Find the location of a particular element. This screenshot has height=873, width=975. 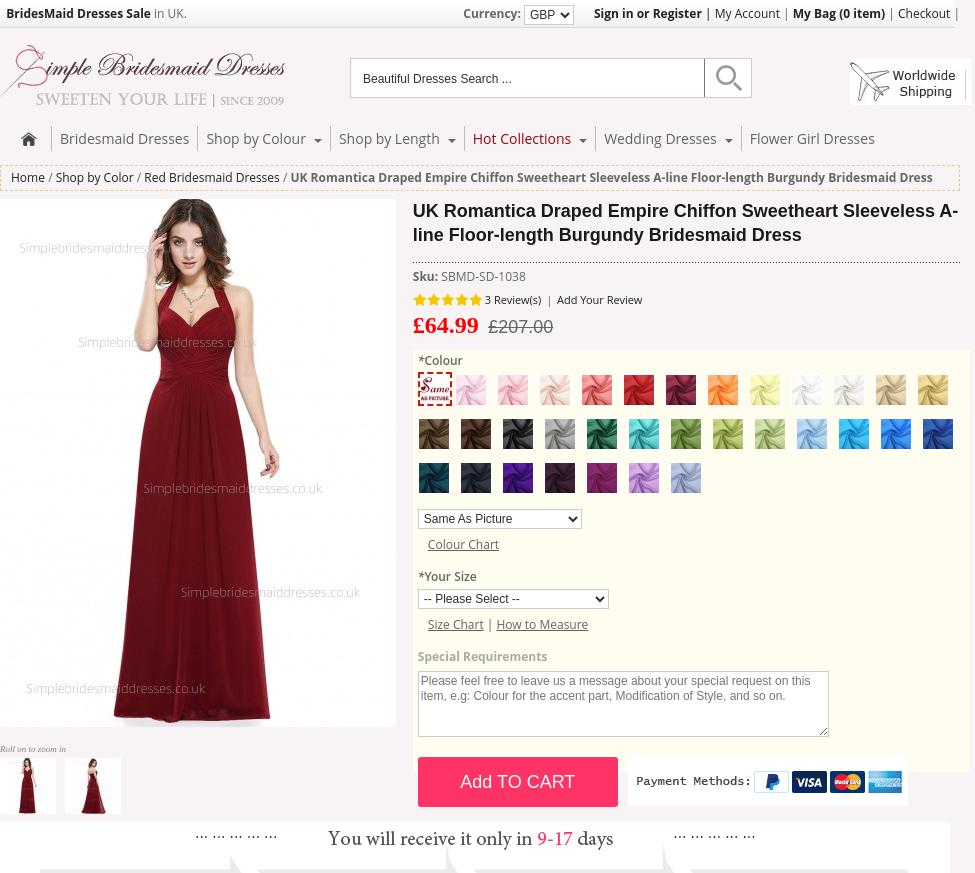

'Add TO CART' is located at coordinates (516, 781).